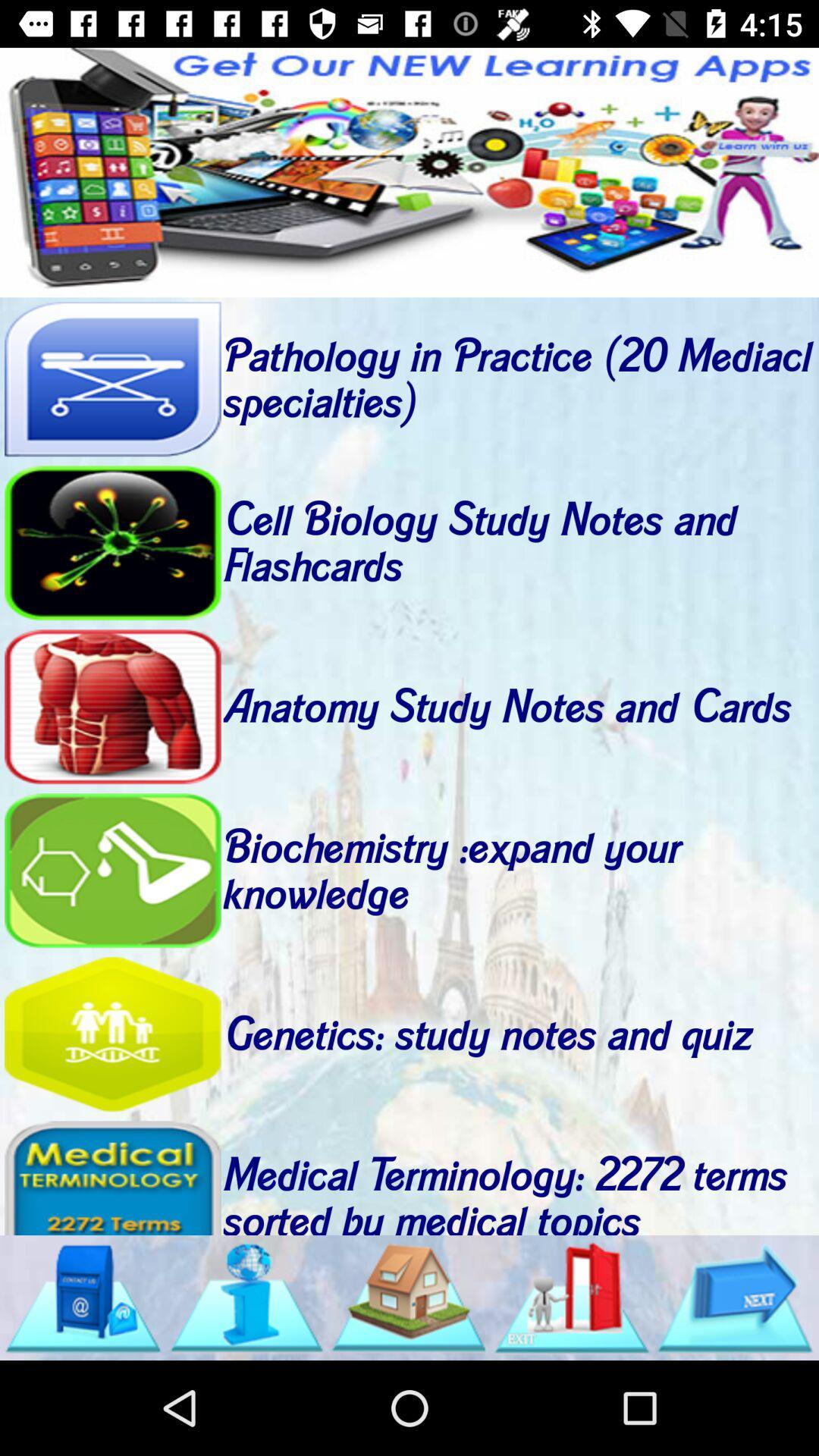 This screenshot has width=819, height=1456. I want to click on home, so click(408, 1297).